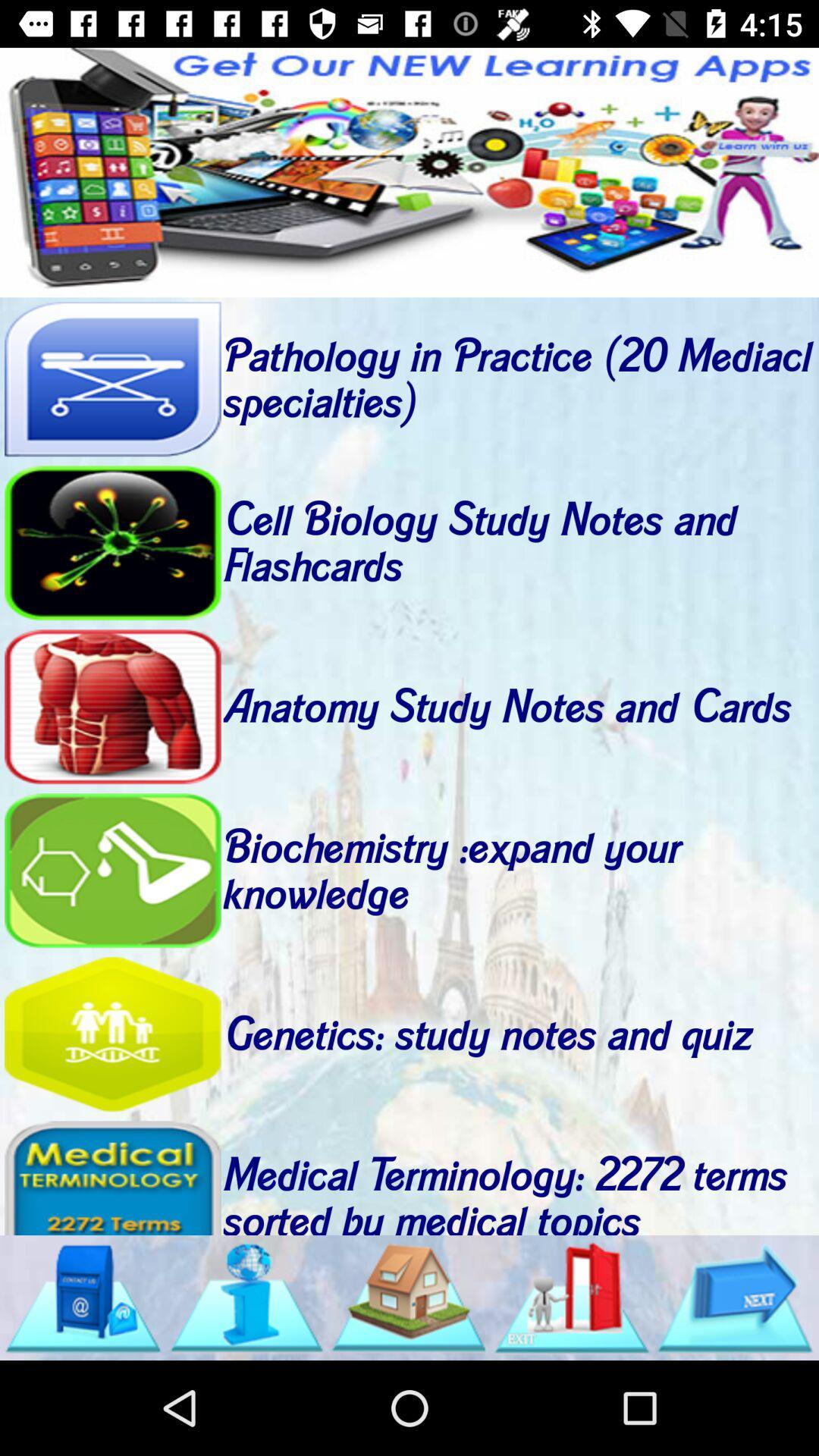 This screenshot has width=819, height=1456. I want to click on home, so click(408, 1297).